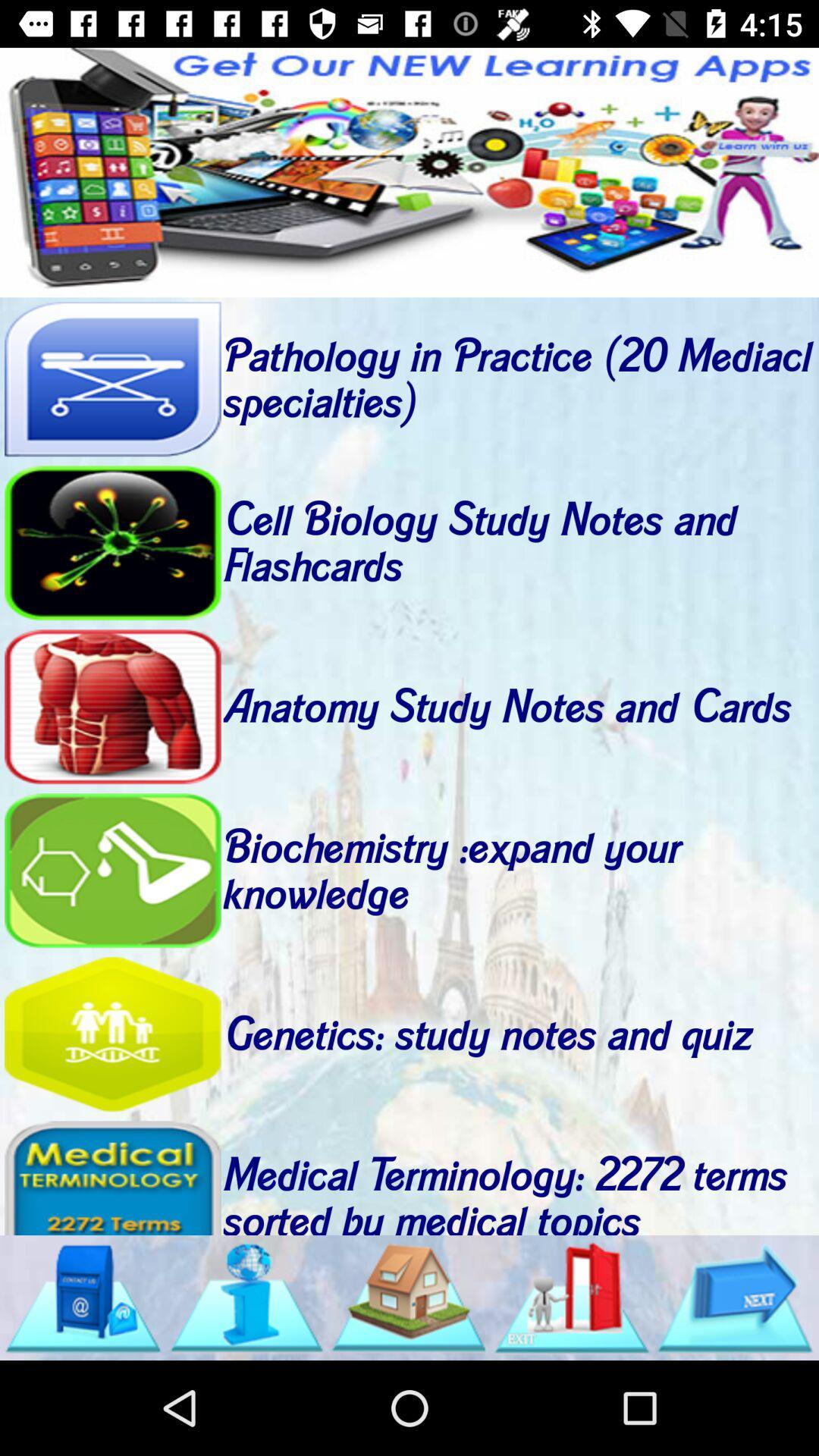 This screenshot has width=819, height=1456. I want to click on home, so click(408, 1297).